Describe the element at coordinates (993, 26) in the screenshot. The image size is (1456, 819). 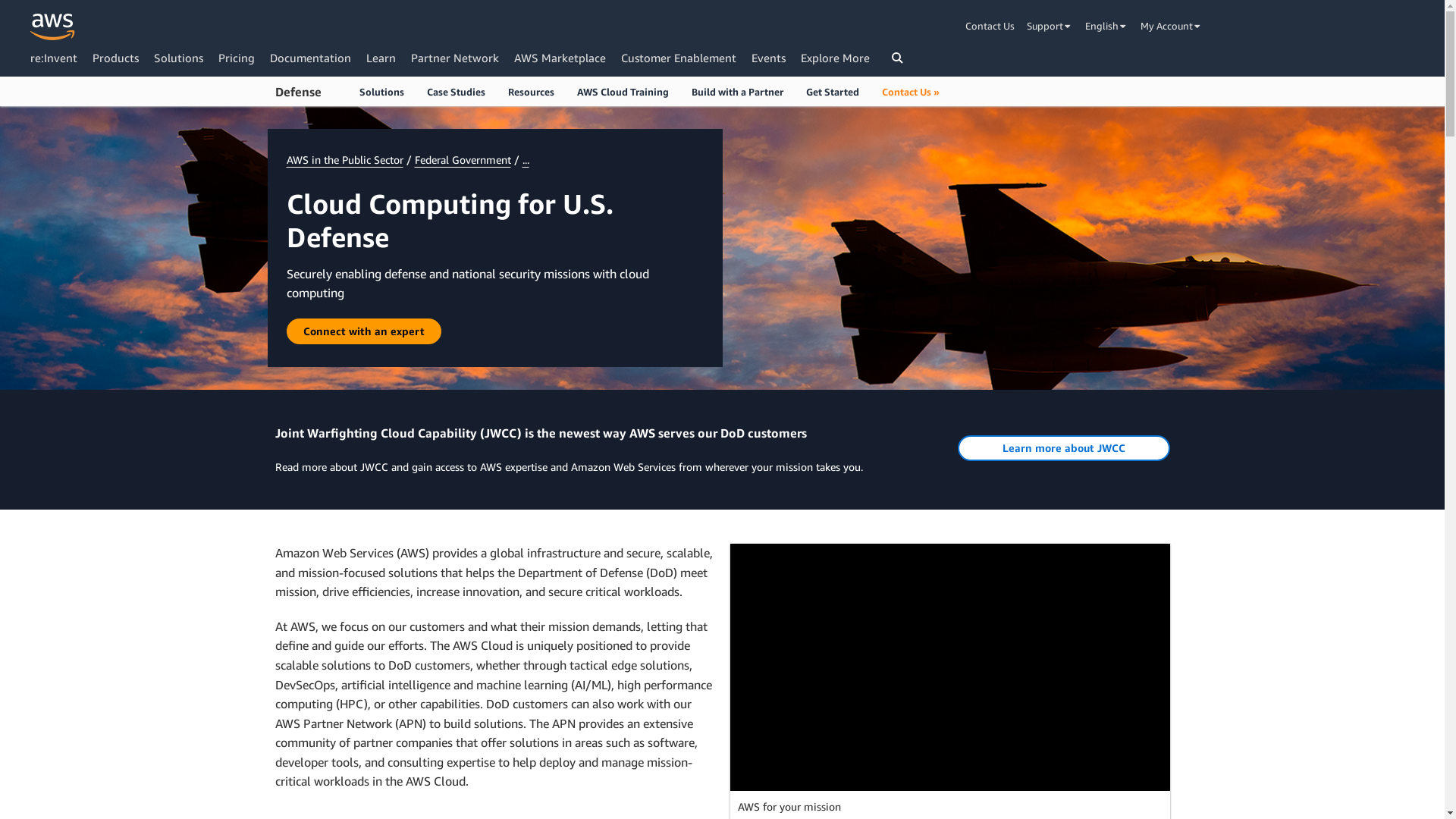
I see `'Contact Us'` at that location.